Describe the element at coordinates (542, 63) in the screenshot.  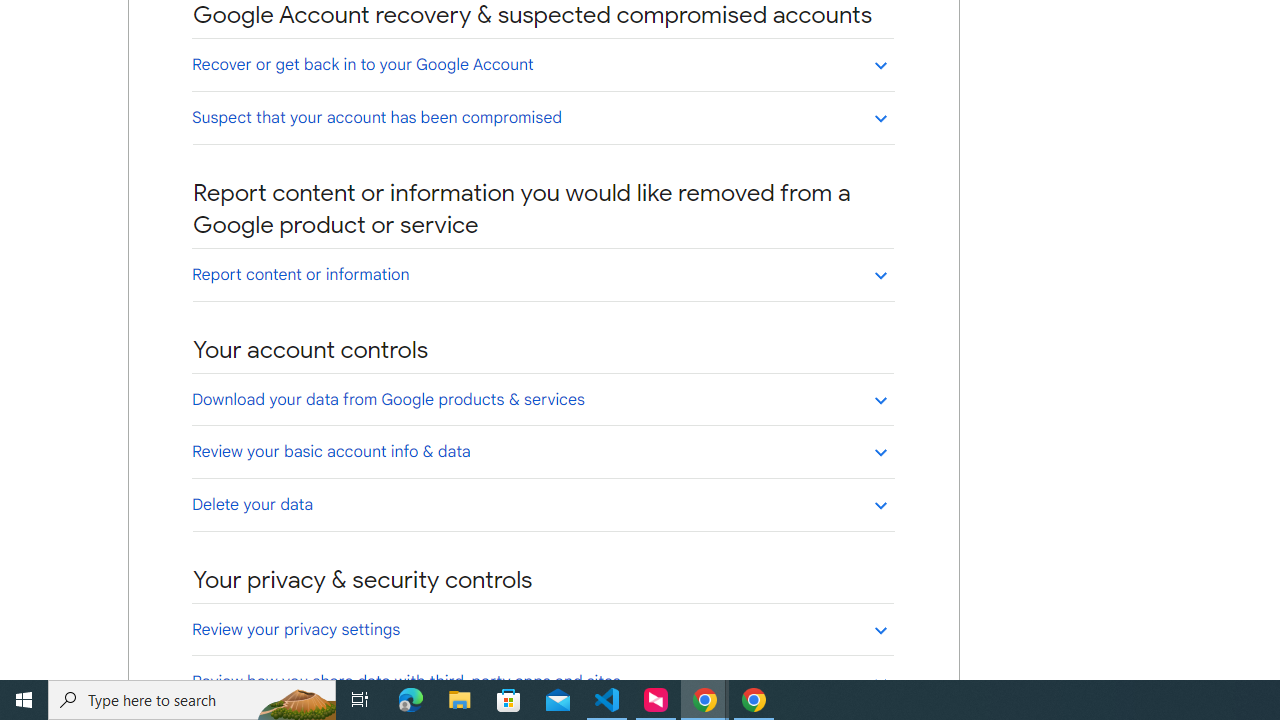
I see `'Recover or get back in to your Google Account'` at that location.